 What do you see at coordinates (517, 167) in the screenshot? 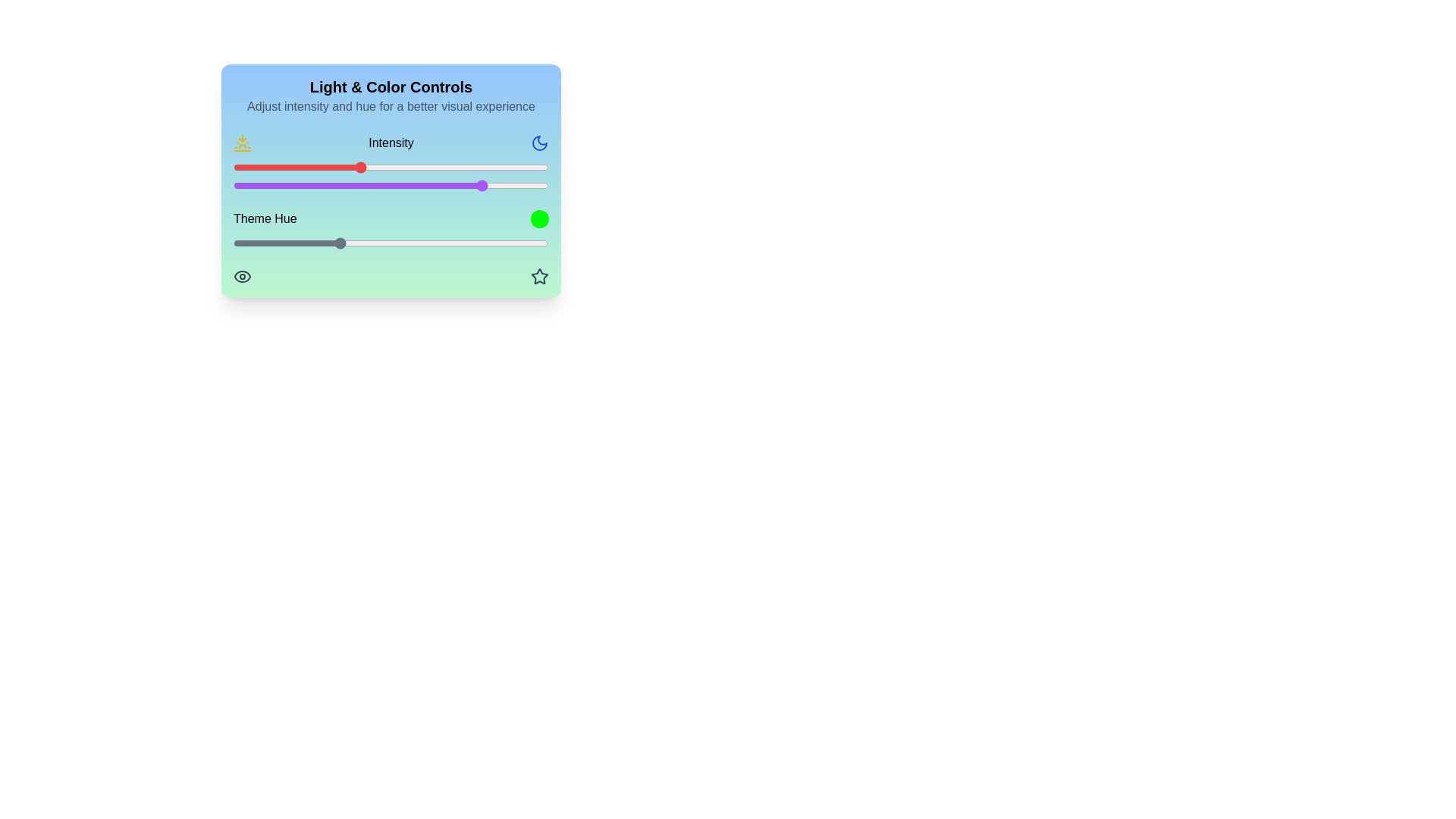
I see `intensity` at bounding box center [517, 167].